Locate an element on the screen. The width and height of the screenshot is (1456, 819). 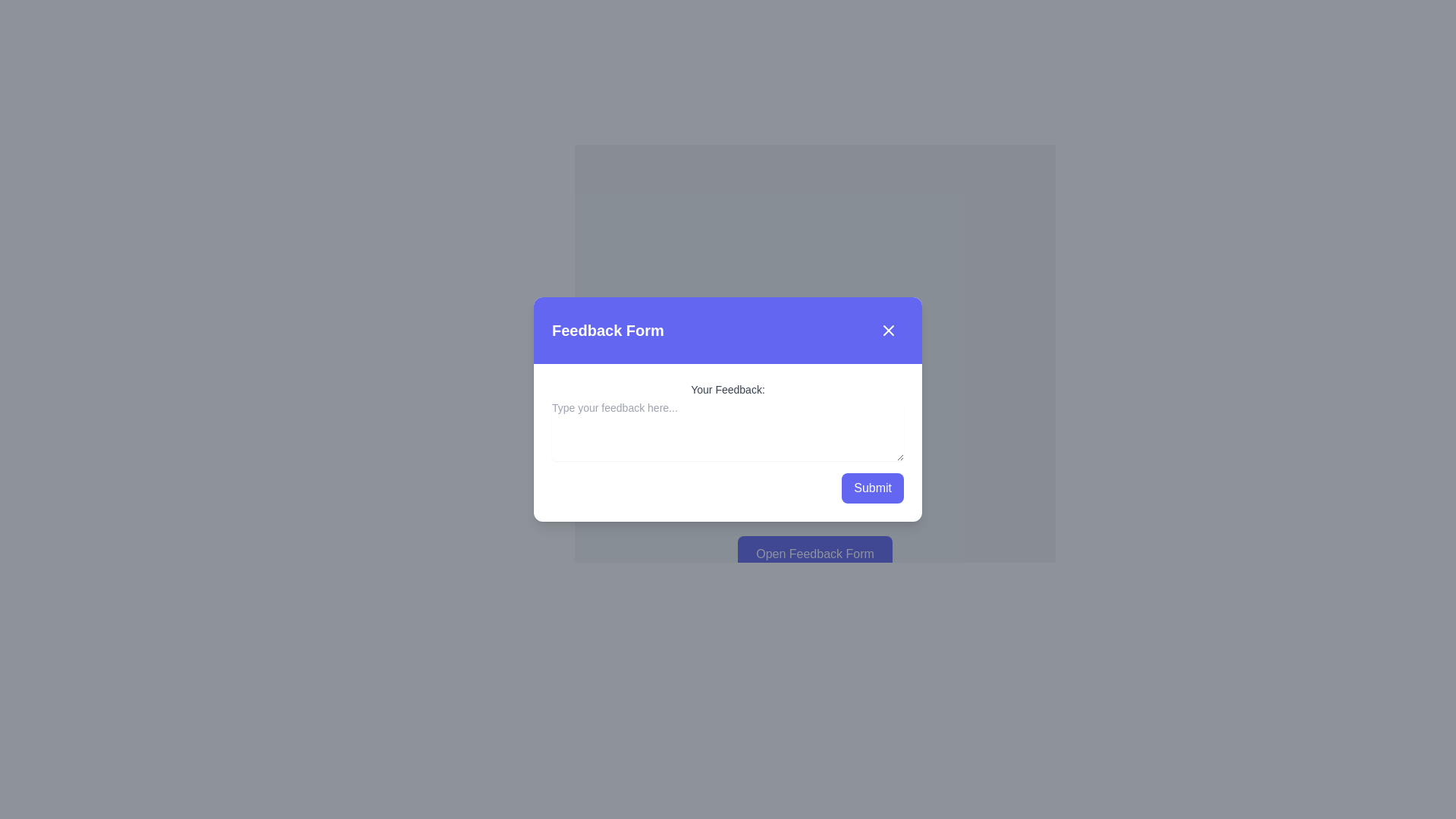
the submit button located at the bottom-right corner of the feedback form modal is located at coordinates (873, 488).